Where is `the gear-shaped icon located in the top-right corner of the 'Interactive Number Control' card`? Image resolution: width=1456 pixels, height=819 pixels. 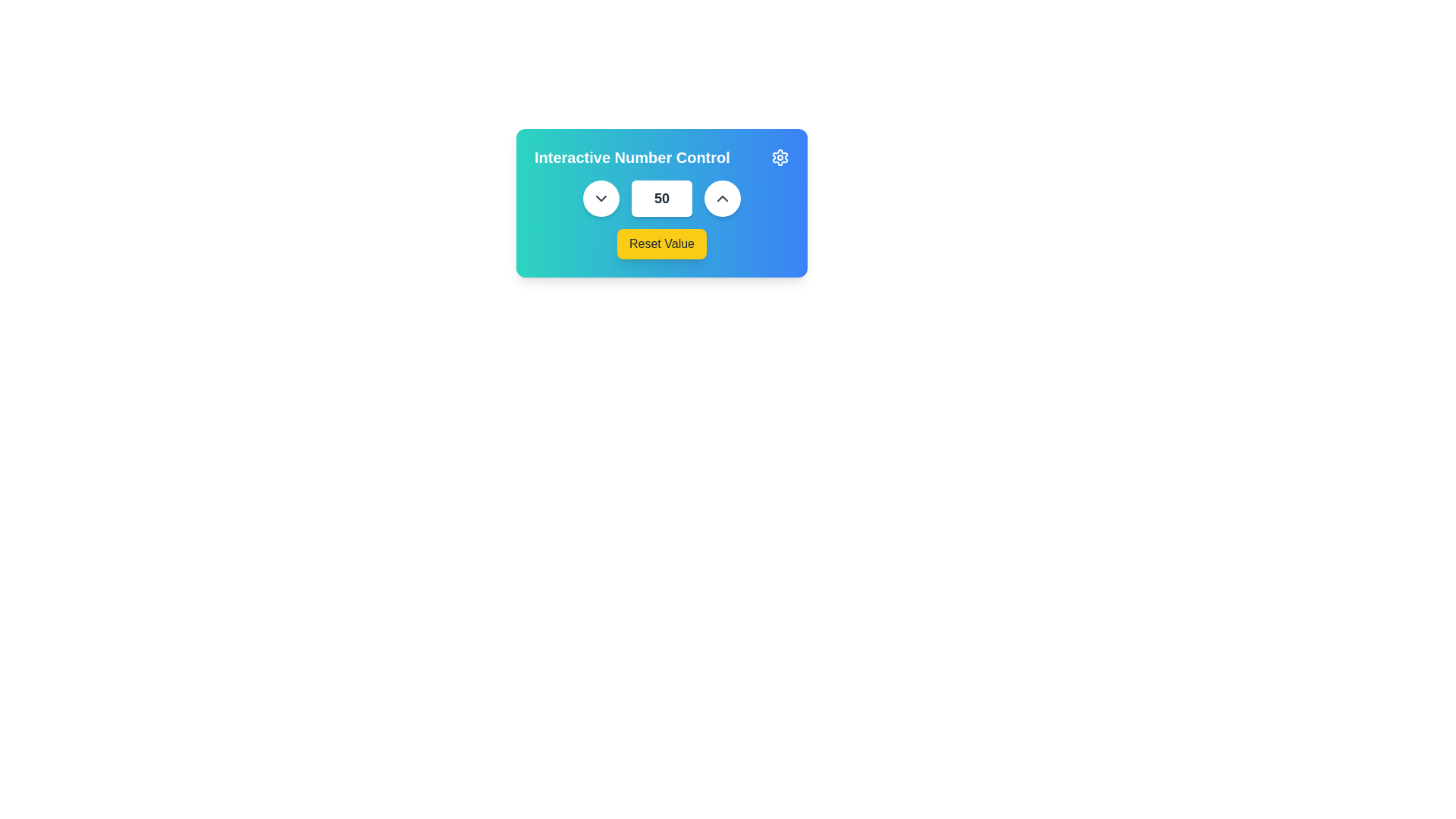 the gear-shaped icon located in the top-right corner of the 'Interactive Number Control' card is located at coordinates (780, 158).